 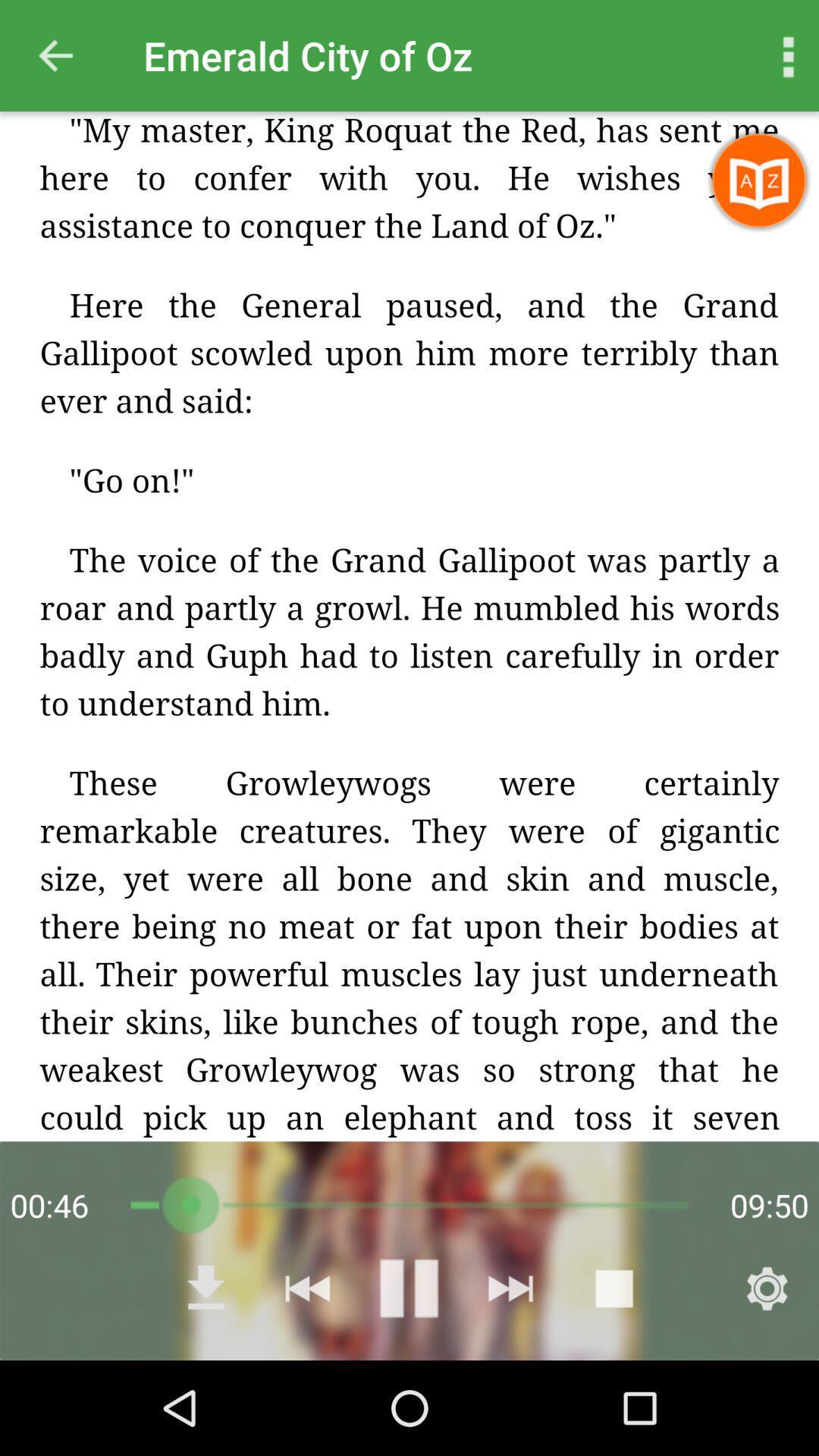 What do you see at coordinates (307, 1288) in the screenshot?
I see `the av_rewind icon` at bounding box center [307, 1288].